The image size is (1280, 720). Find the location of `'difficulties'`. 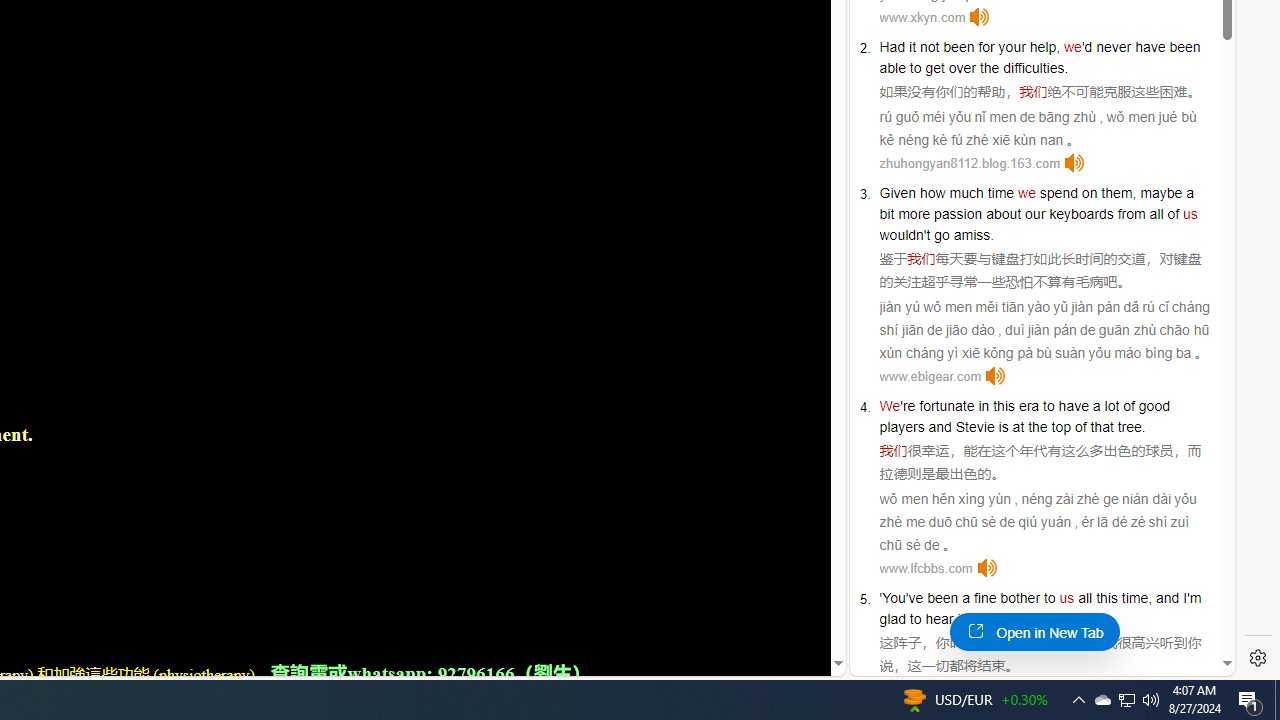

'difficulties' is located at coordinates (1034, 67).